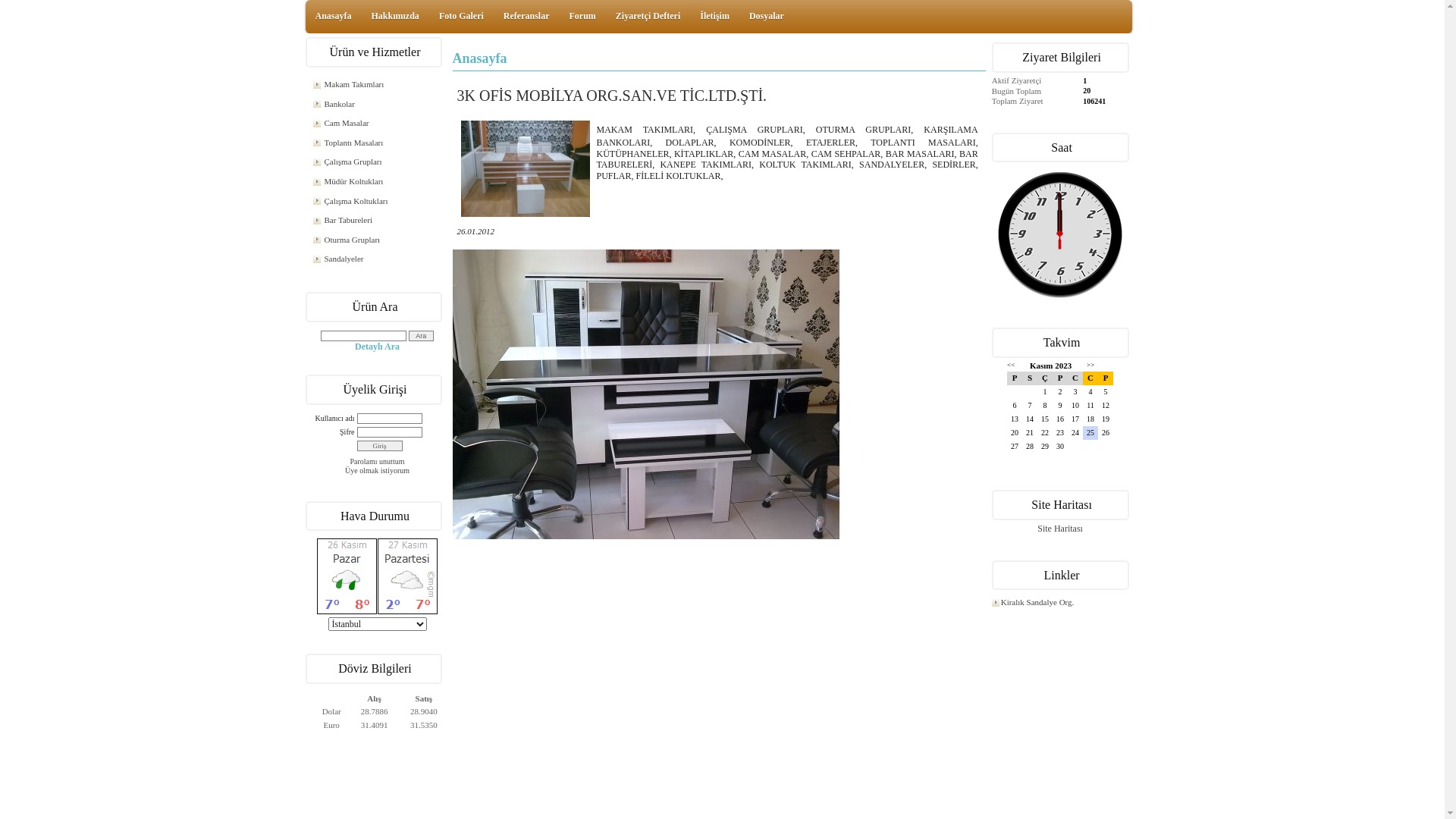  Describe the element at coordinates (421, 335) in the screenshot. I see `' Ara '` at that location.